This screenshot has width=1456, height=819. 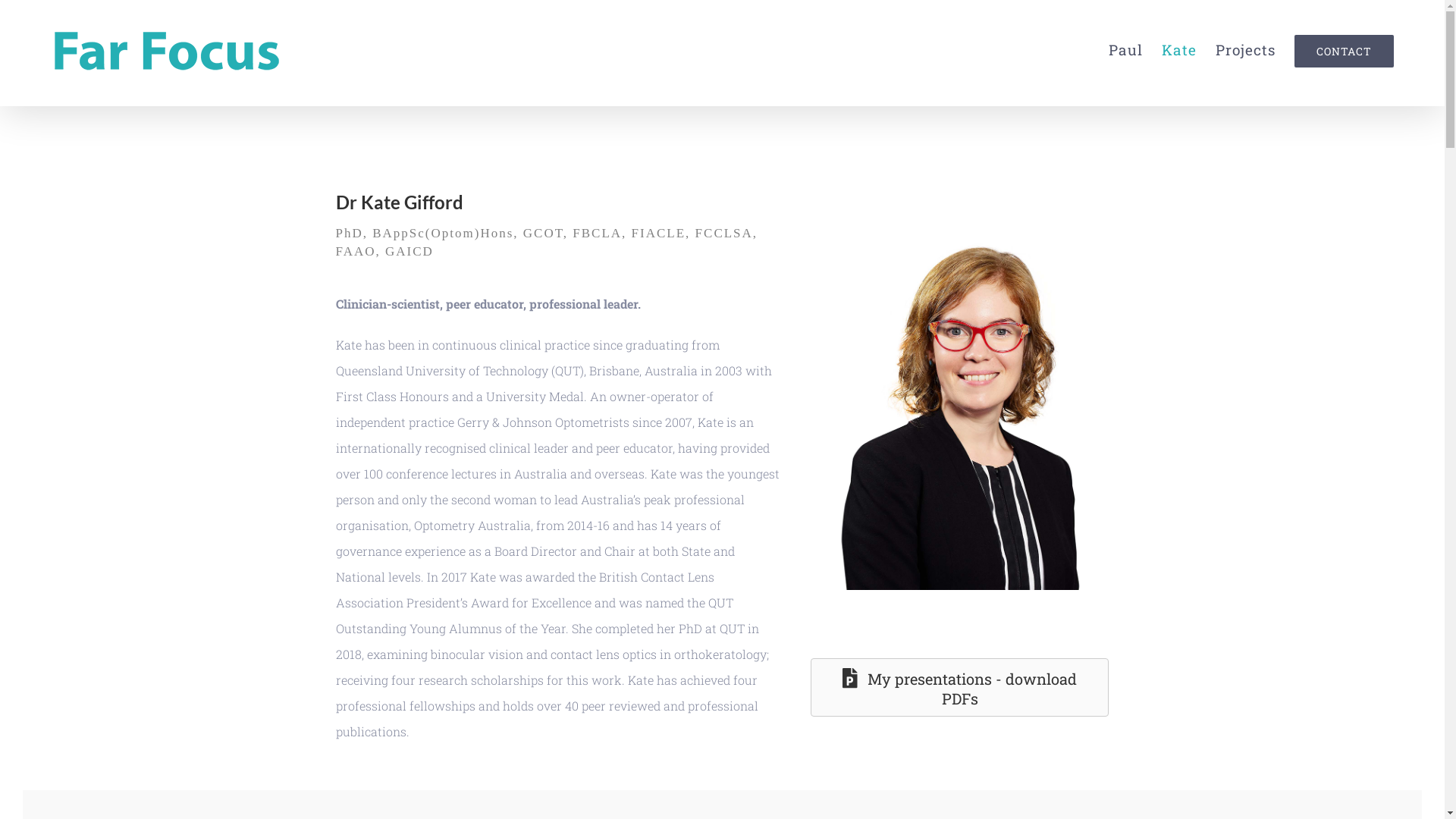 What do you see at coordinates (959, 687) in the screenshot?
I see `'My presentations - download PDFs'` at bounding box center [959, 687].